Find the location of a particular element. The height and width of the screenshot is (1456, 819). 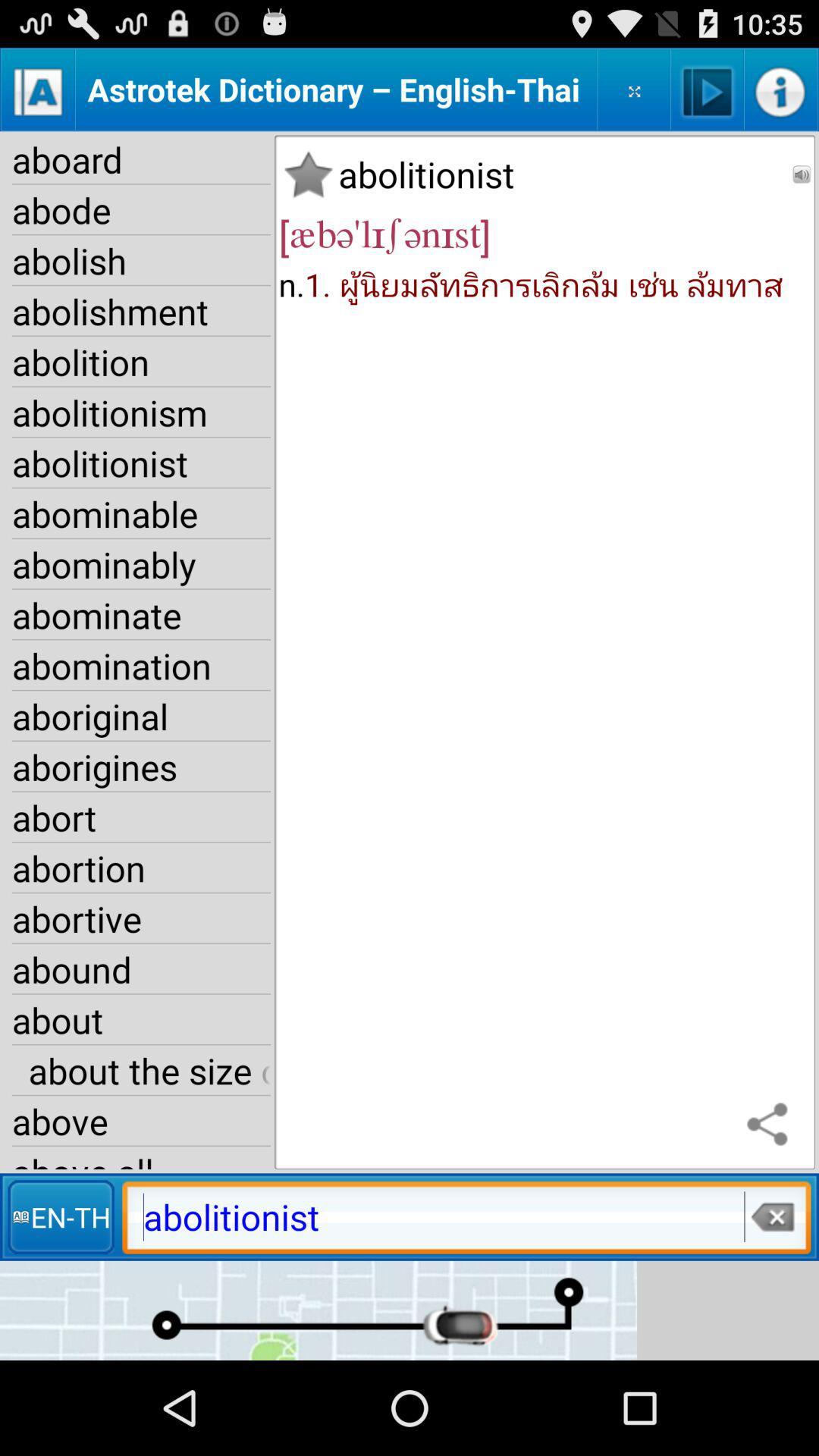

item above aboard icon is located at coordinates (37, 89).